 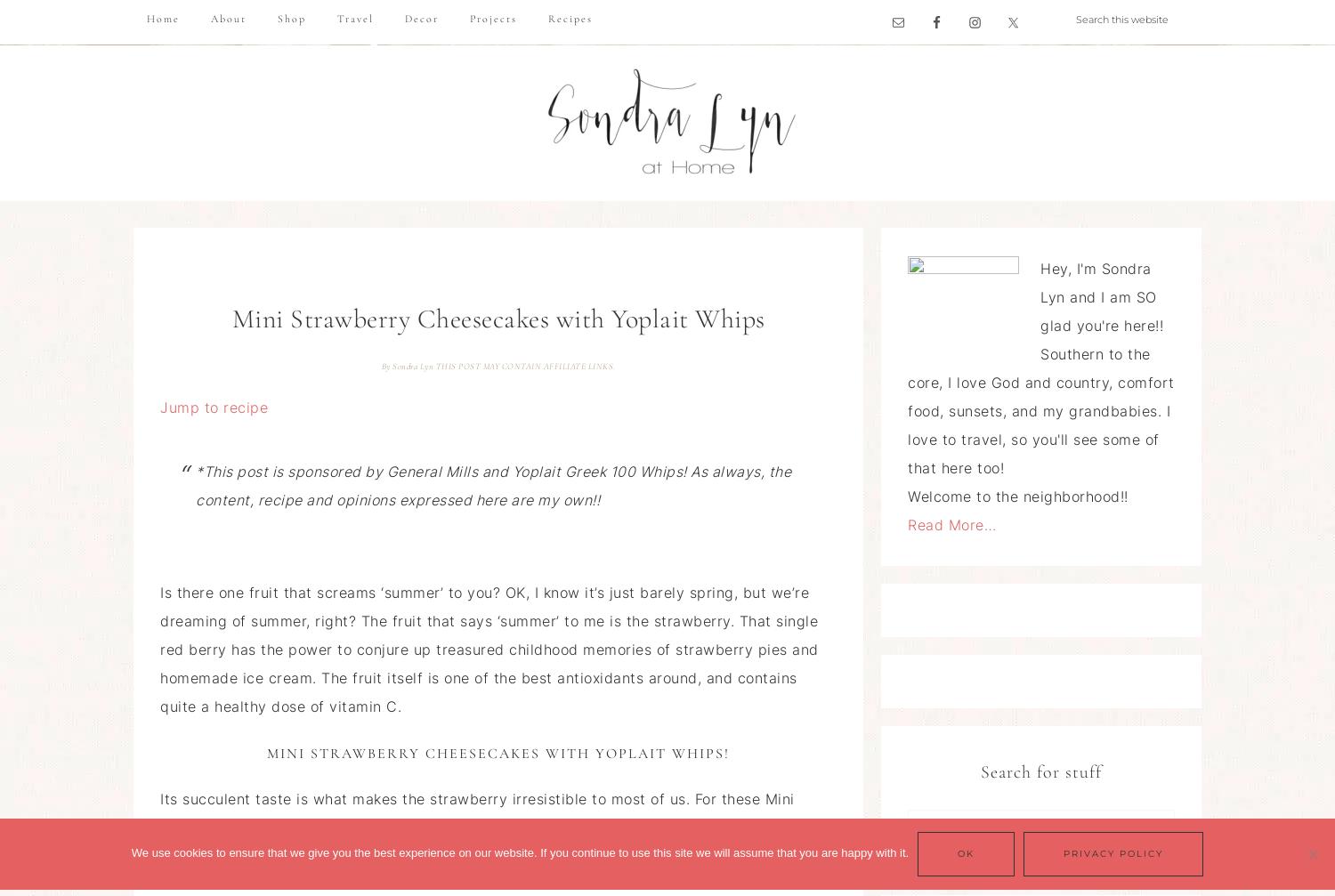 What do you see at coordinates (493, 19) in the screenshot?
I see `'Projects'` at bounding box center [493, 19].